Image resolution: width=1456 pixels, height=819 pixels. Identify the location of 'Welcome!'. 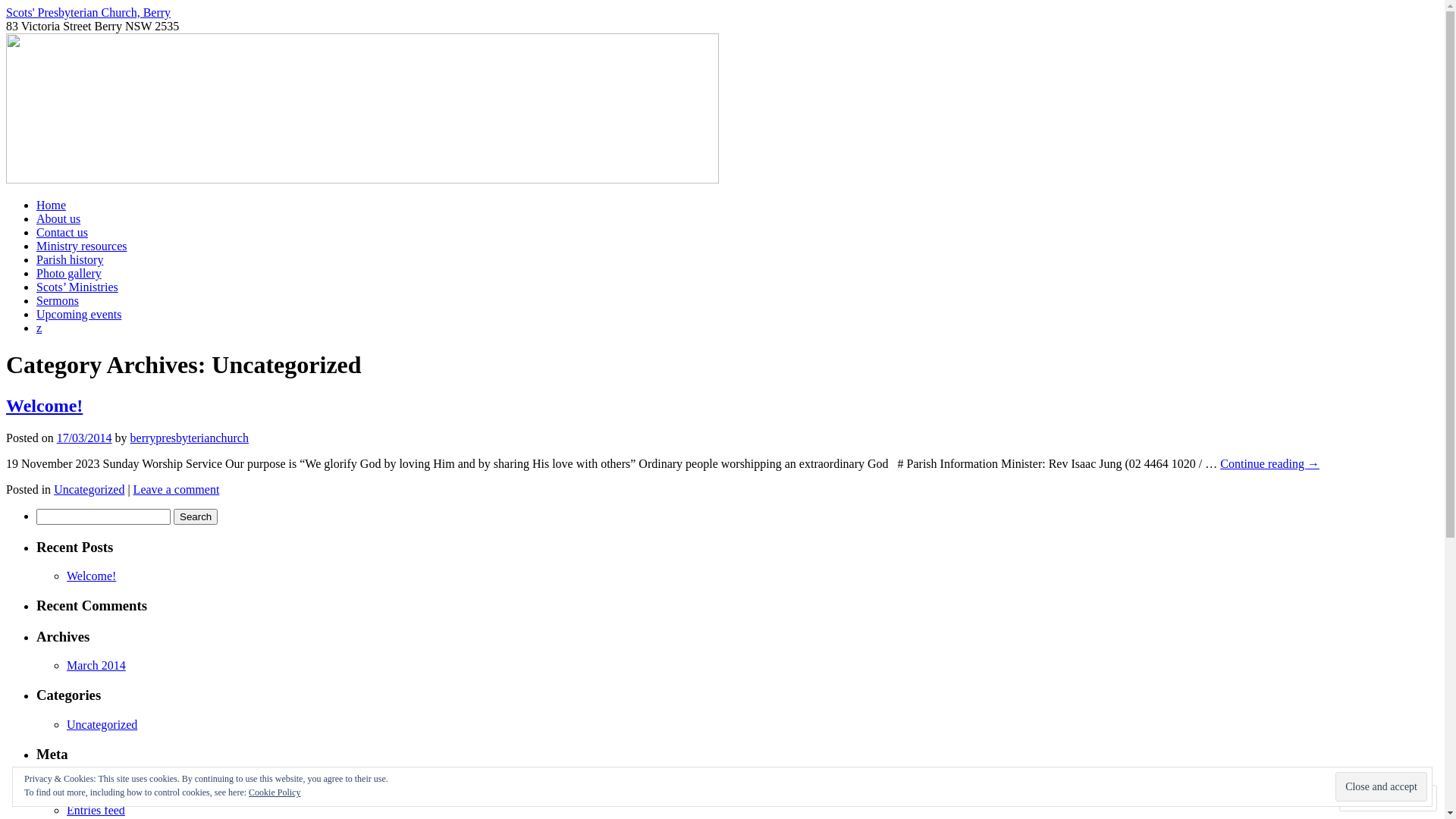
(90, 576).